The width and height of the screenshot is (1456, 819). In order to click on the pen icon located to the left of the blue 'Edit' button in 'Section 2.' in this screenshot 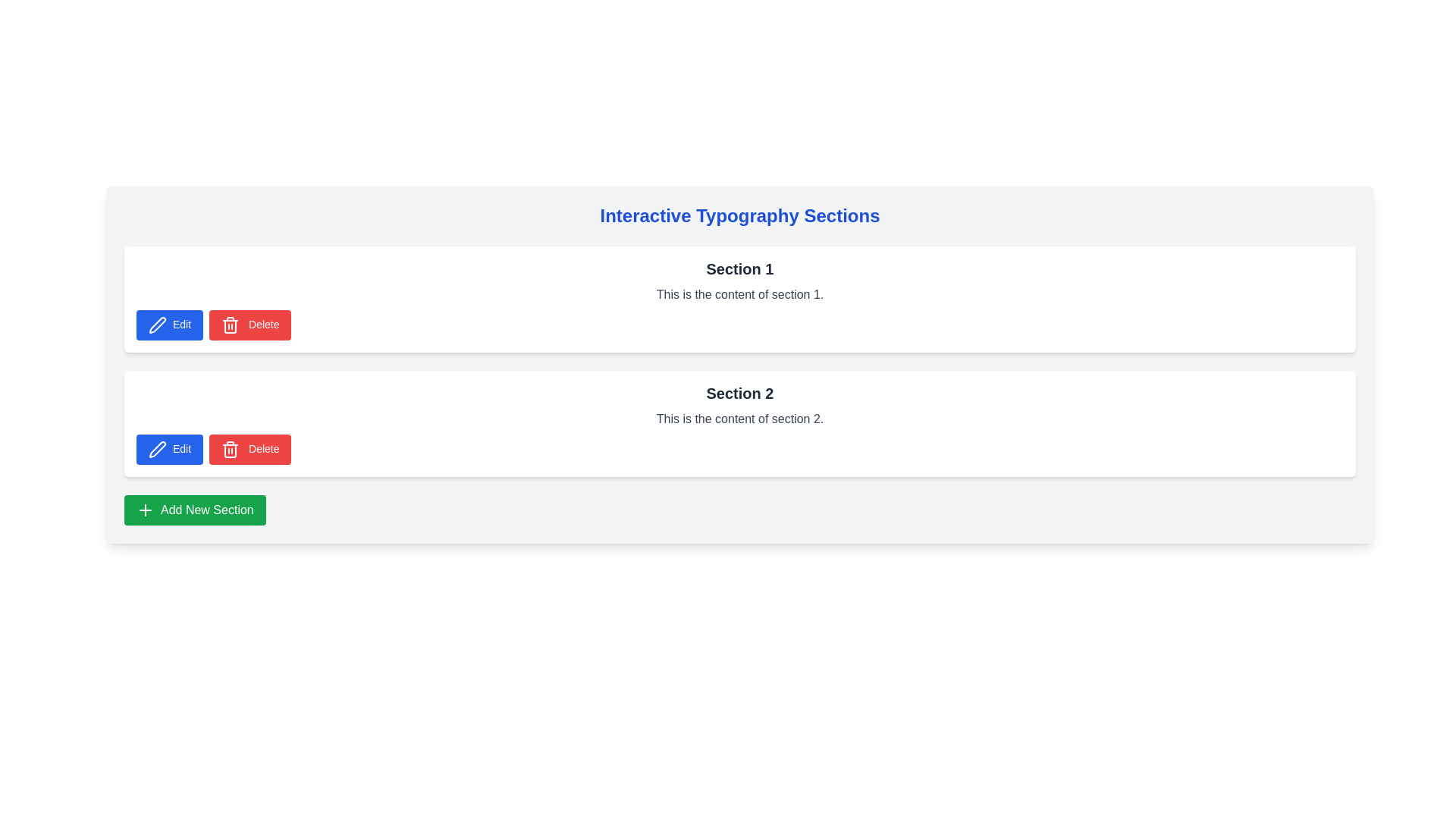, I will do `click(157, 449)`.